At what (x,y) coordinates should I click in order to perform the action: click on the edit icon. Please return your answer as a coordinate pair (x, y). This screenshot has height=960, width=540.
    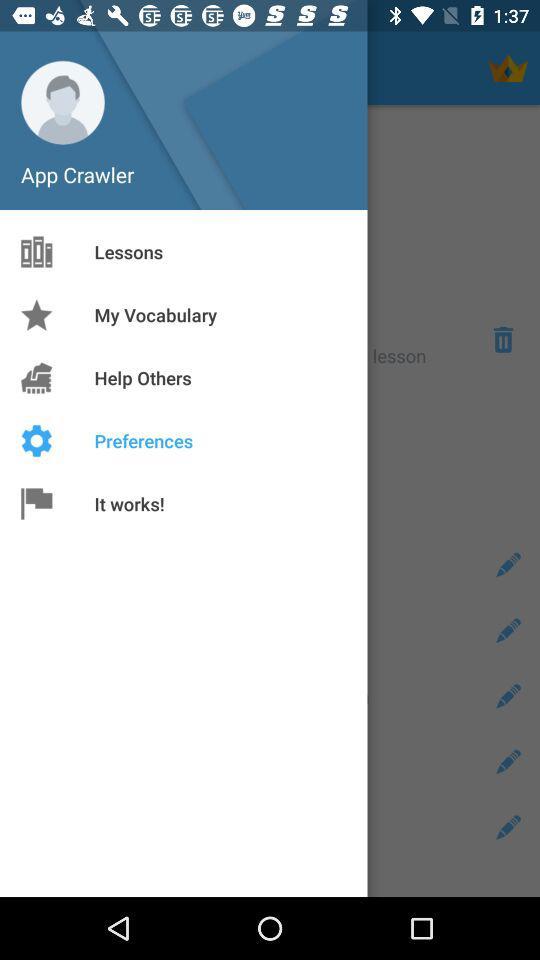
    Looking at the image, I should click on (508, 629).